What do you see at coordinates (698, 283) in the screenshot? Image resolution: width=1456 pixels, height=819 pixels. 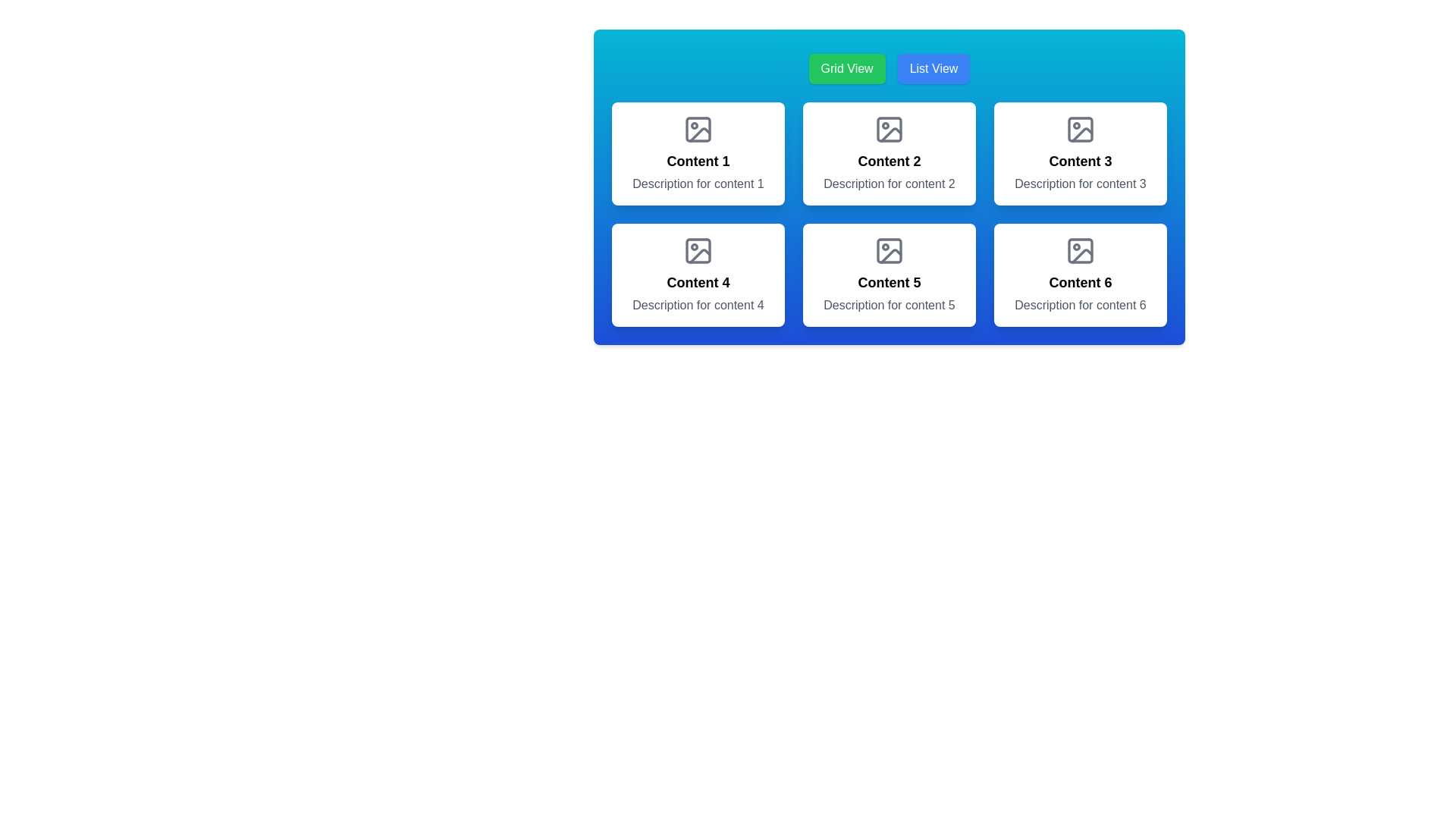 I see `text content of the Text label located in the bottom-left card of the 2x3 grid layout, positioned above the description text and below the image icon` at bounding box center [698, 283].